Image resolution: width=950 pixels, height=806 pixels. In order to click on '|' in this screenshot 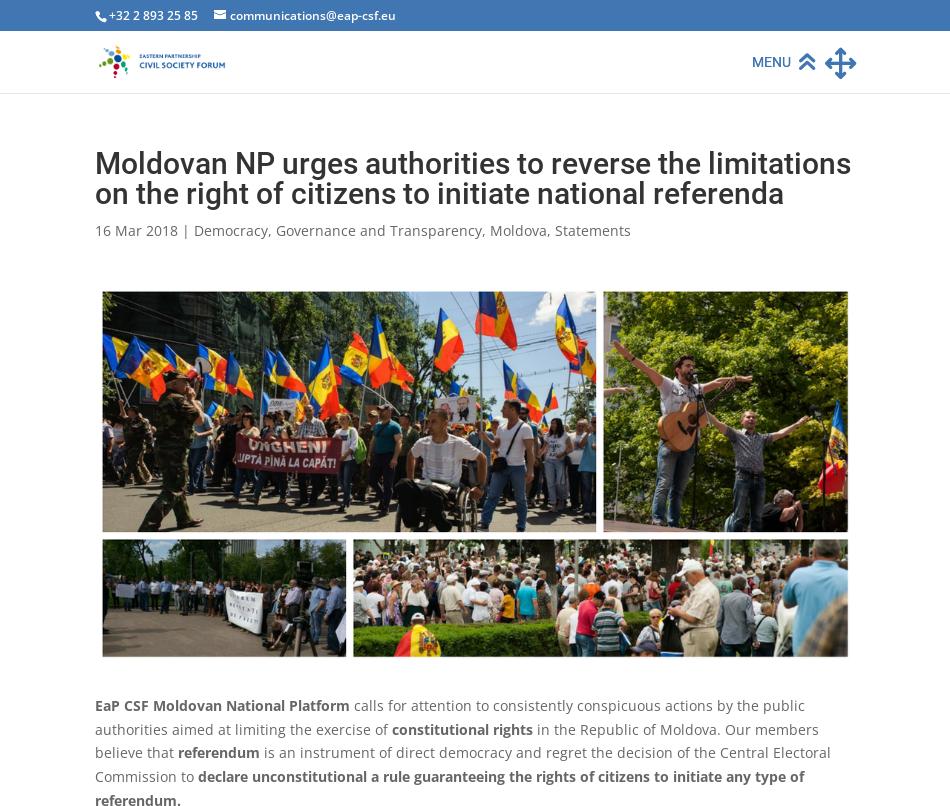, I will do `click(186, 229)`.